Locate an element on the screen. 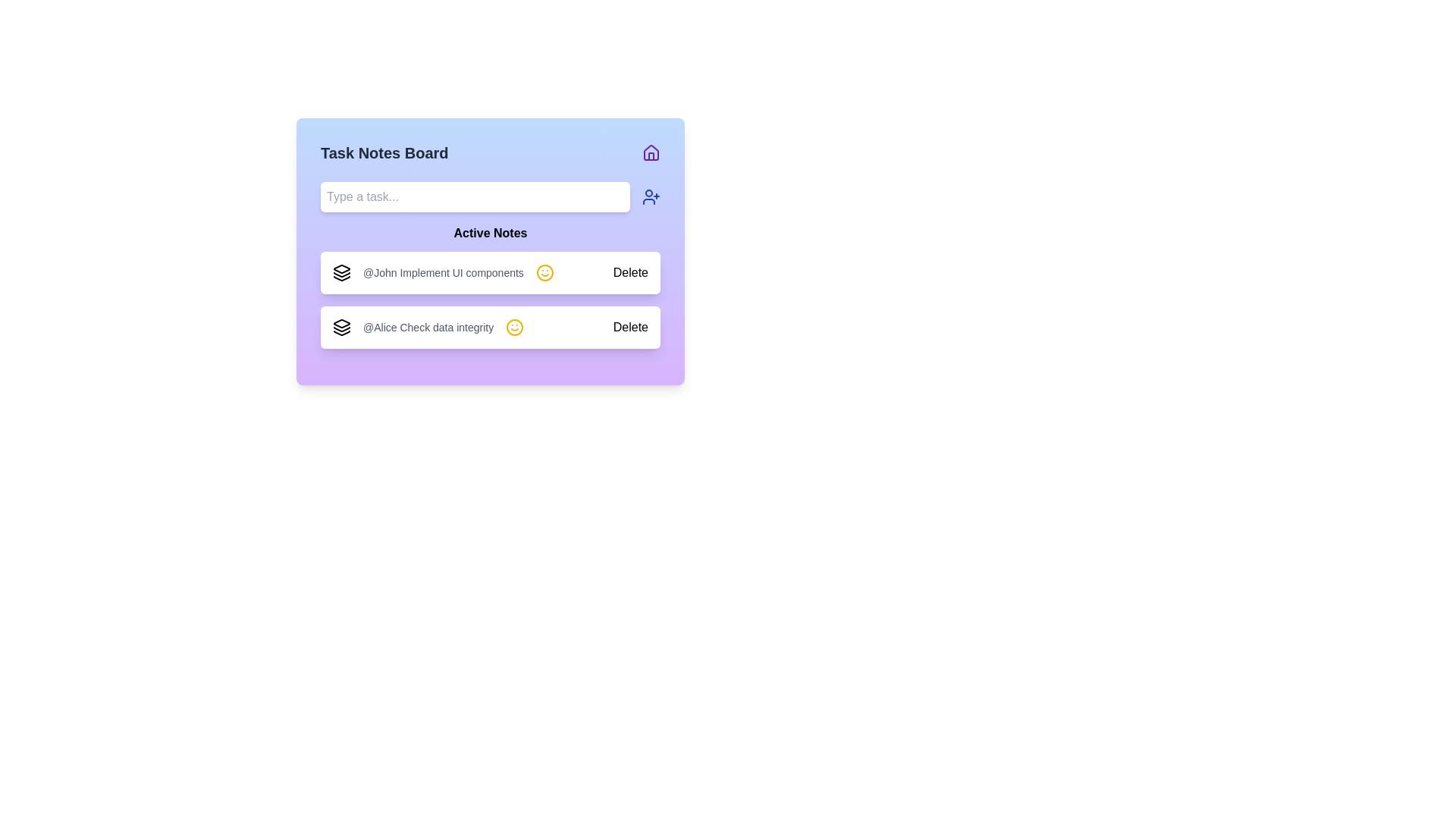 This screenshot has width=1456, height=819. the icon resembling a stack of layers or sheets located to the left of the text '@John Implement UI components' in the 'Active Notes' section is located at coordinates (341, 271).